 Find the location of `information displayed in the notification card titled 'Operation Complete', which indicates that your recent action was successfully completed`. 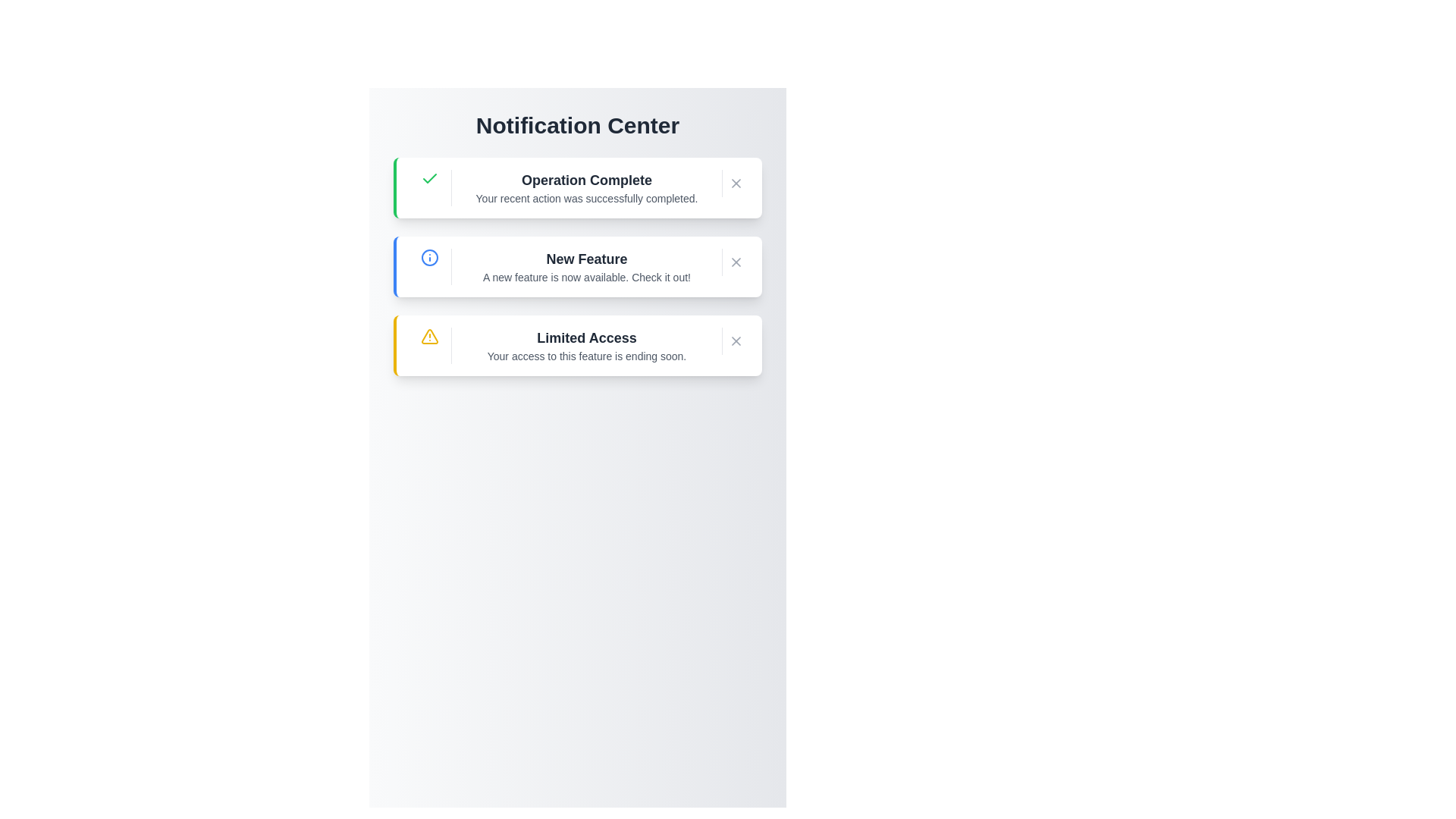

information displayed in the notification card titled 'Operation Complete', which indicates that your recent action was successfully completed is located at coordinates (585, 187).